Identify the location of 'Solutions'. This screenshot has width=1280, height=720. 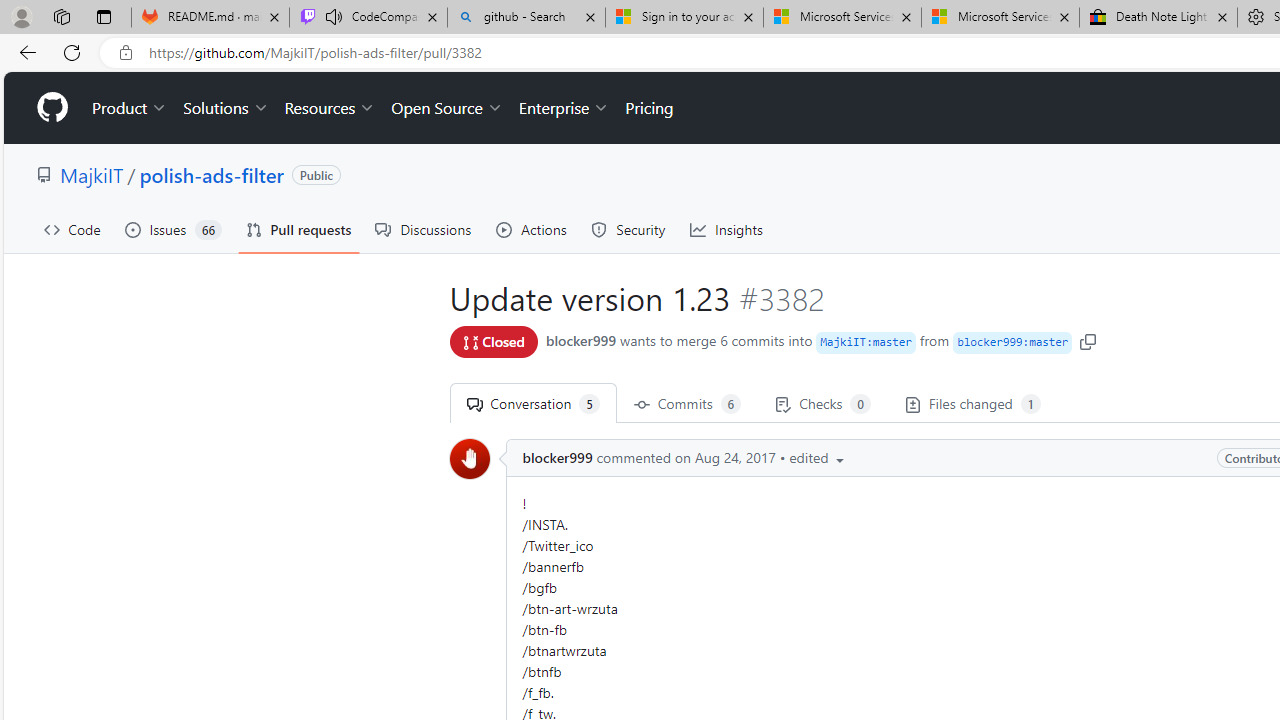
(225, 108).